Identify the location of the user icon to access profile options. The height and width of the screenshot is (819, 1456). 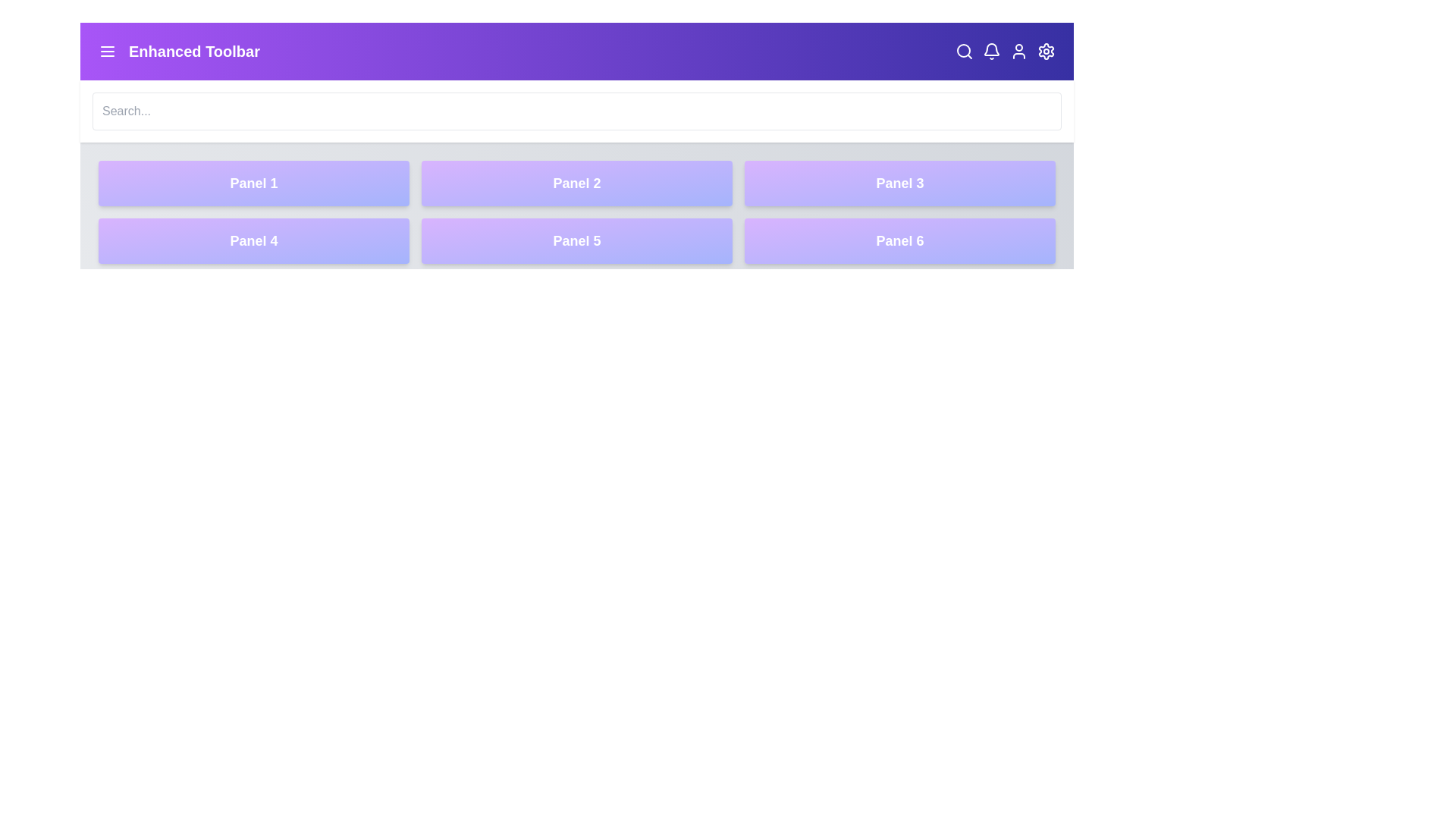
(1019, 51).